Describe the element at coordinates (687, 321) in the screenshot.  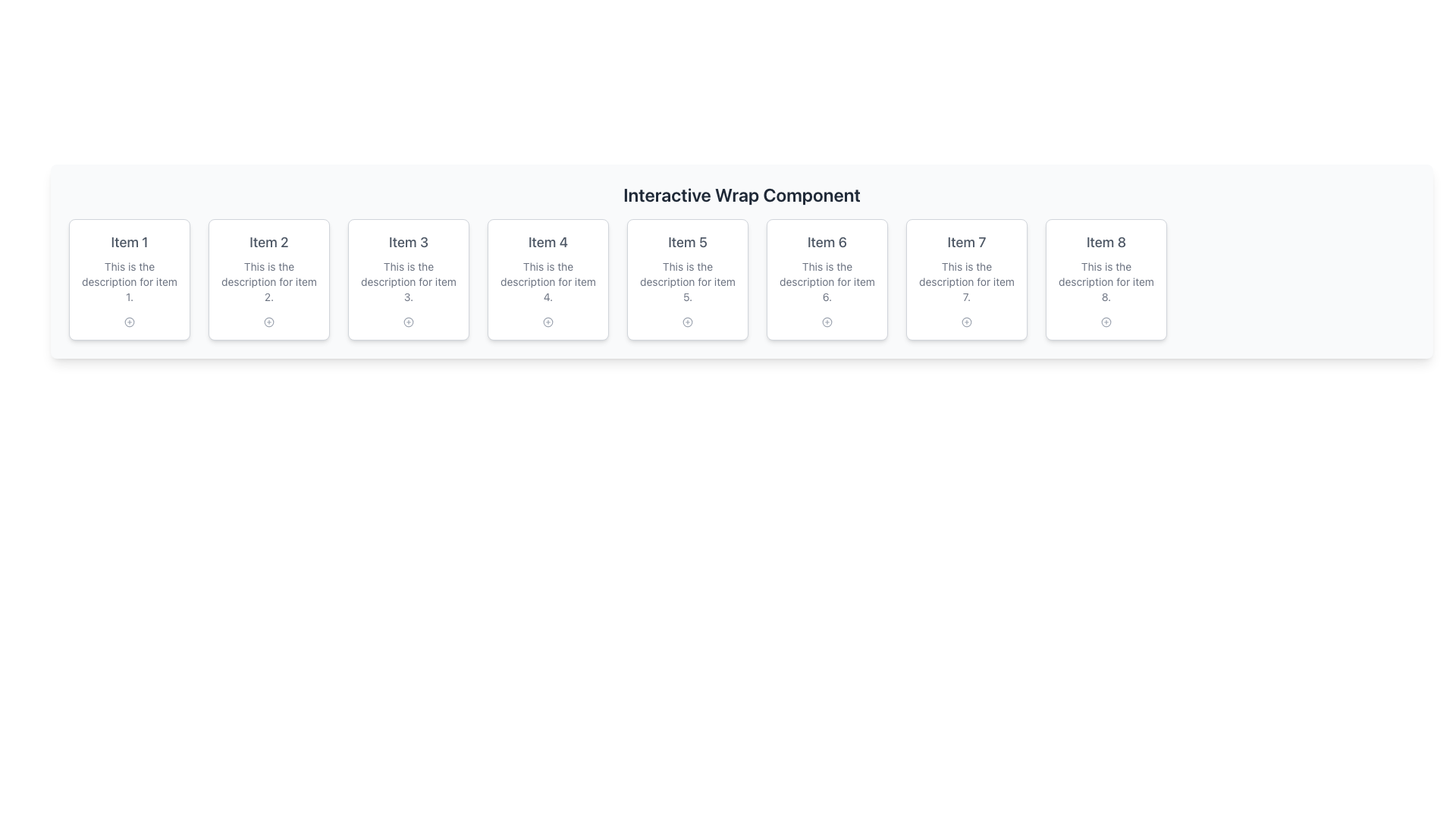
I see `the circular interactive icon with a plus sign located at the bottom center of the card labeled 'Item 5'` at that location.